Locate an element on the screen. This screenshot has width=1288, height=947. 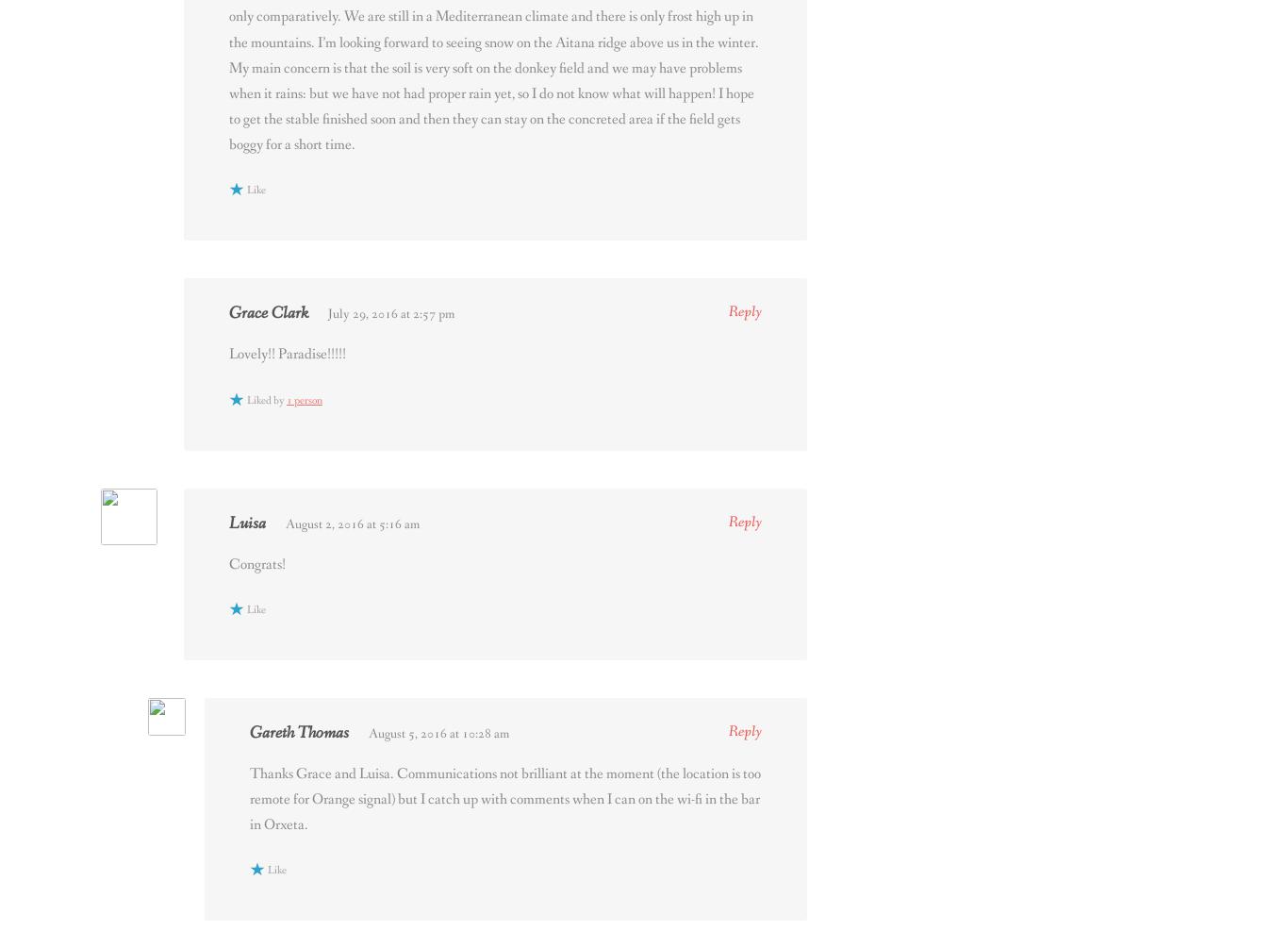
'Liked by' is located at coordinates (246, 398).